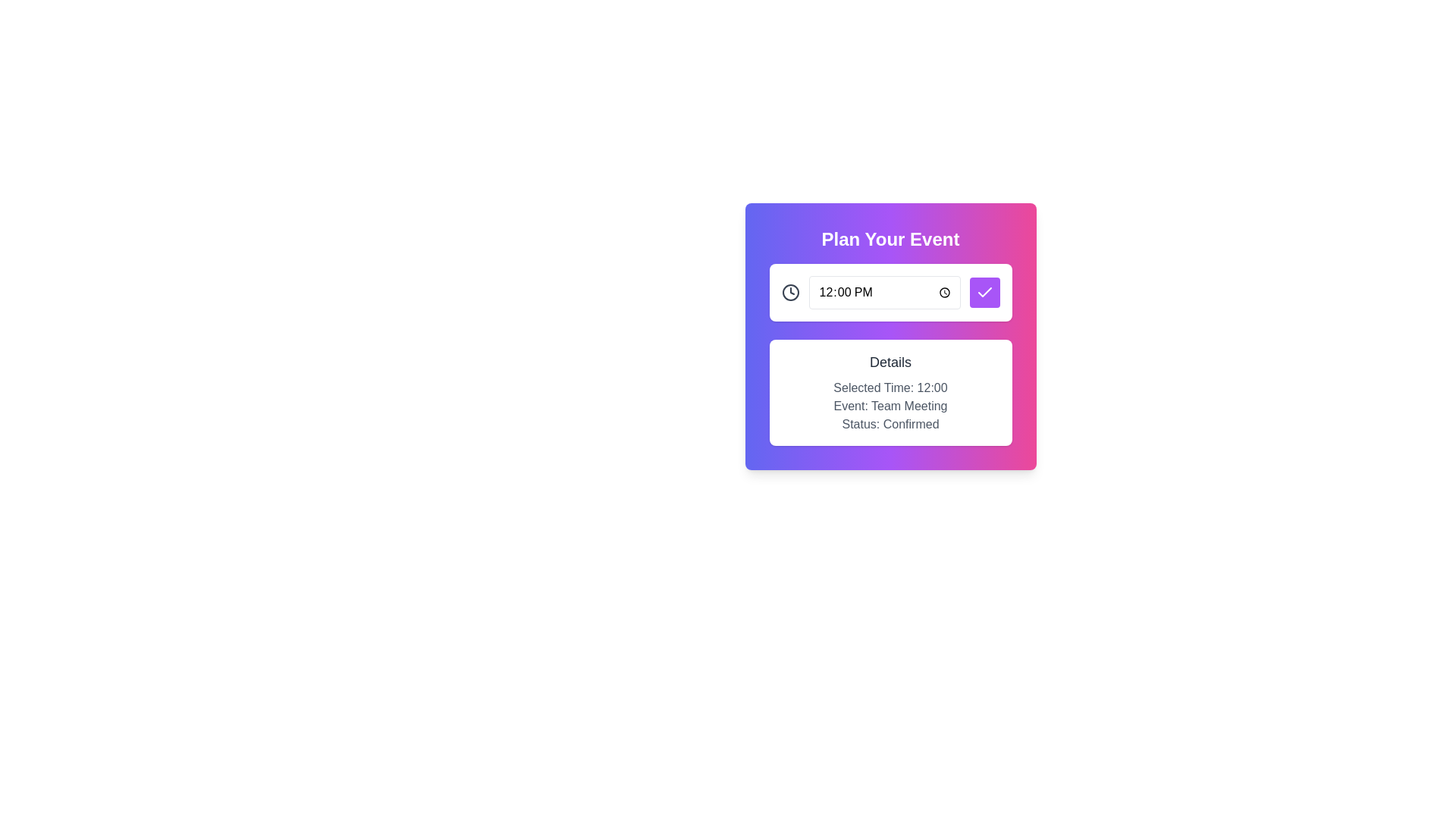 This screenshot has width=1456, height=819. I want to click on the confirmation button located to the right of the time input field to observe any interactive effects, so click(984, 292).